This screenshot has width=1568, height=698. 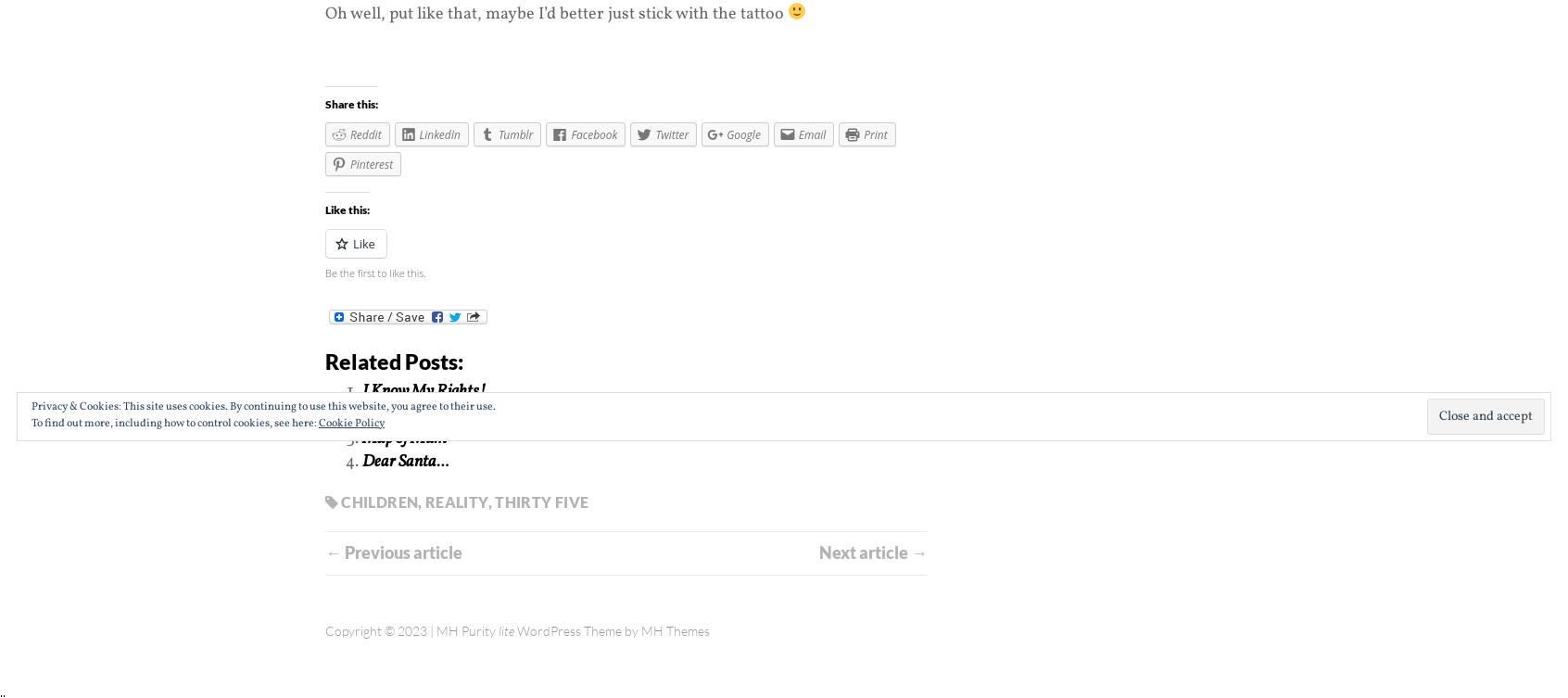 I want to click on 'Print', so click(x=875, y=133).